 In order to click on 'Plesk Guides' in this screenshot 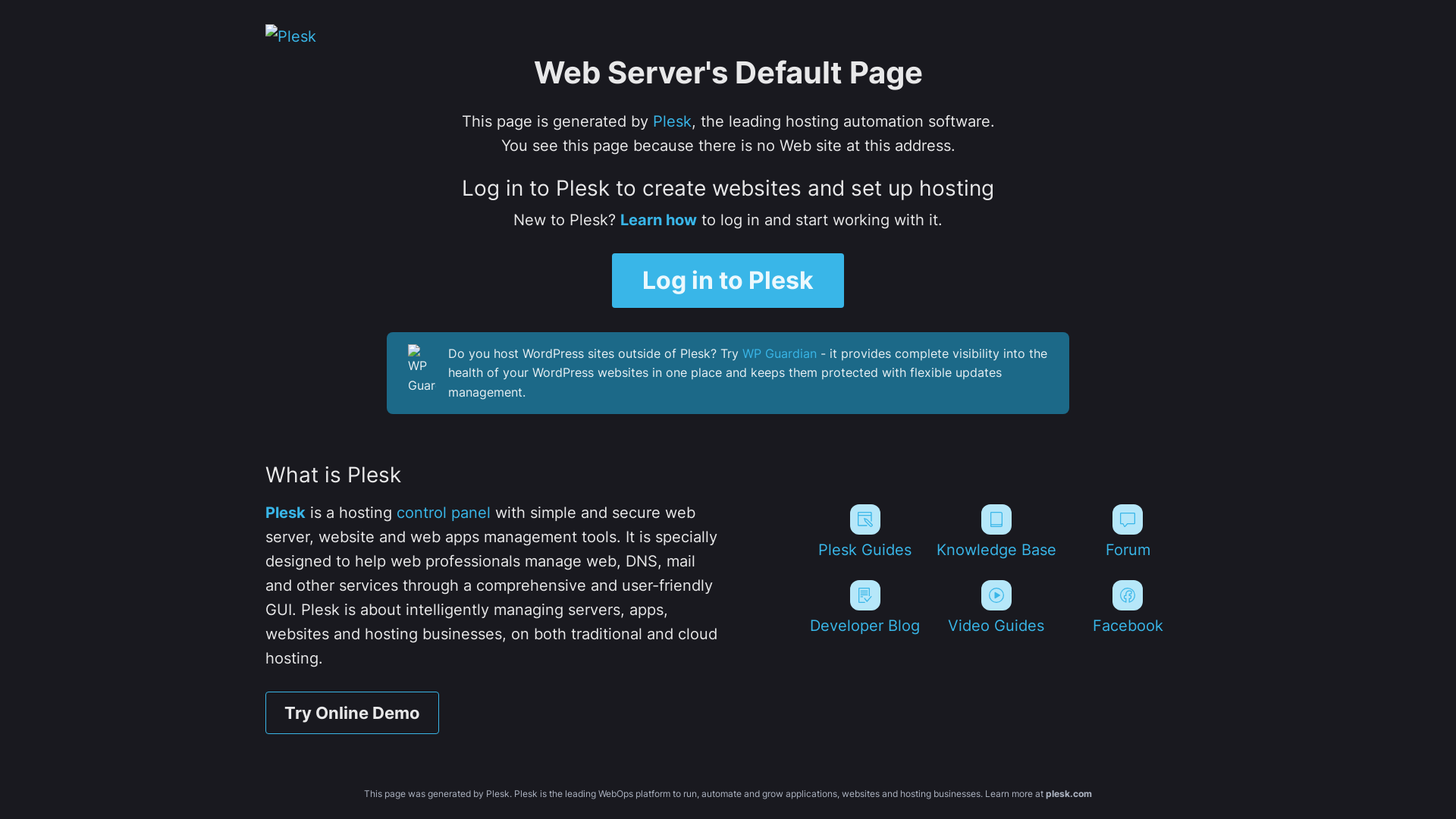, I will do `click(864, 531)`.